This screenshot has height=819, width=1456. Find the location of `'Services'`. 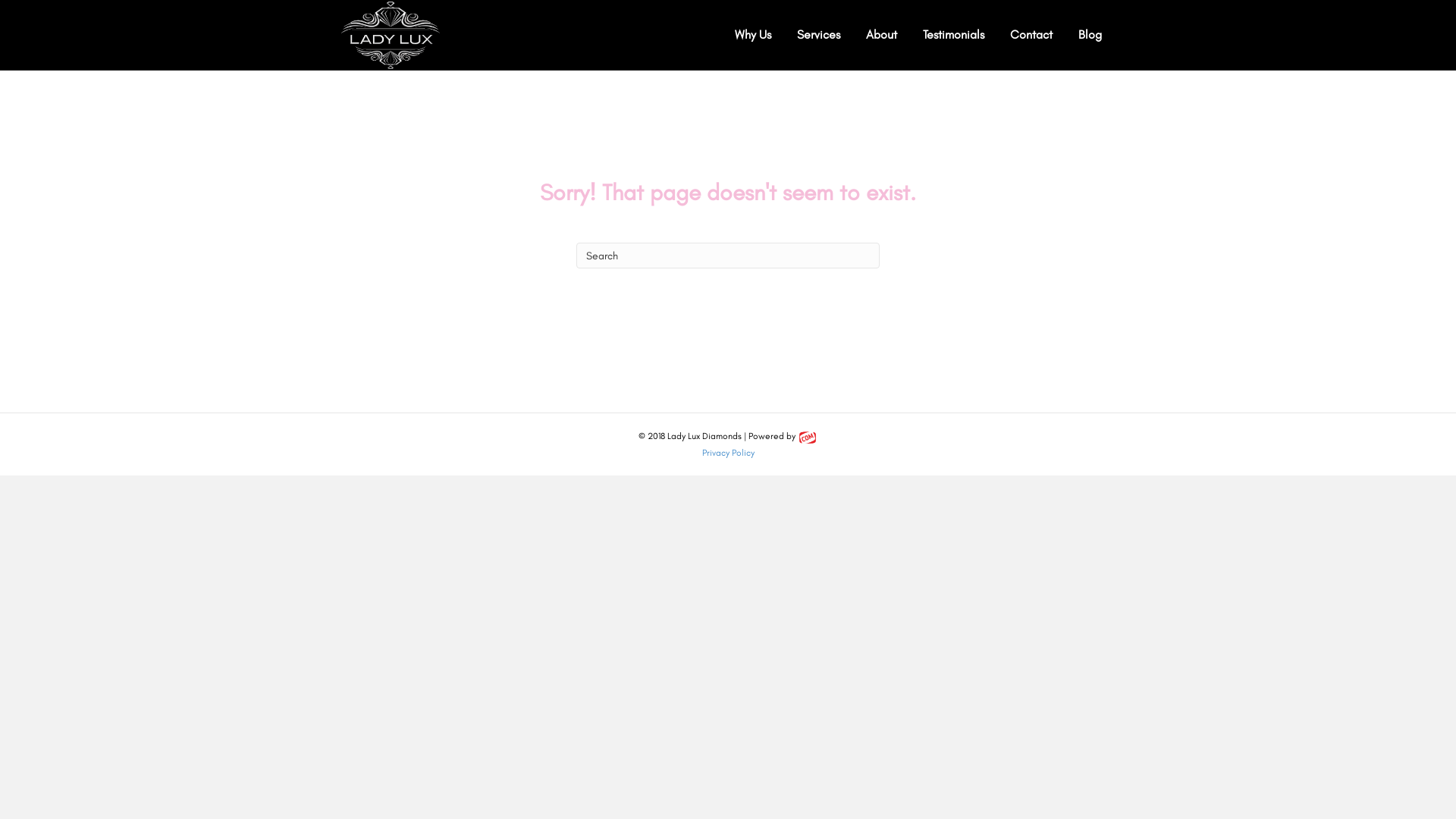

'Services' is located at coordinates (817, 34).